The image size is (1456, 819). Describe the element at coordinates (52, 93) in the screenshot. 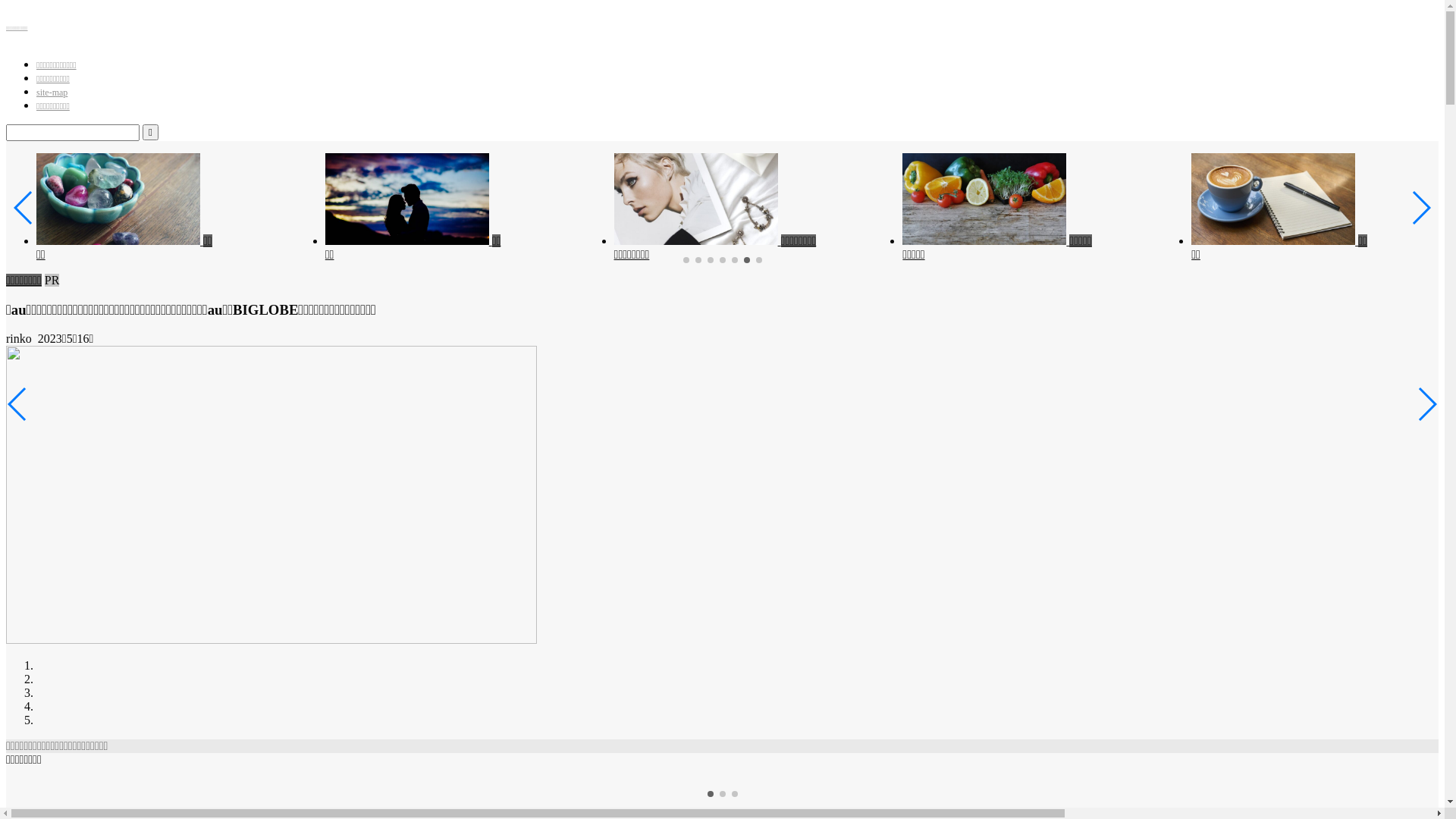

I see `'site-map'` at that location.